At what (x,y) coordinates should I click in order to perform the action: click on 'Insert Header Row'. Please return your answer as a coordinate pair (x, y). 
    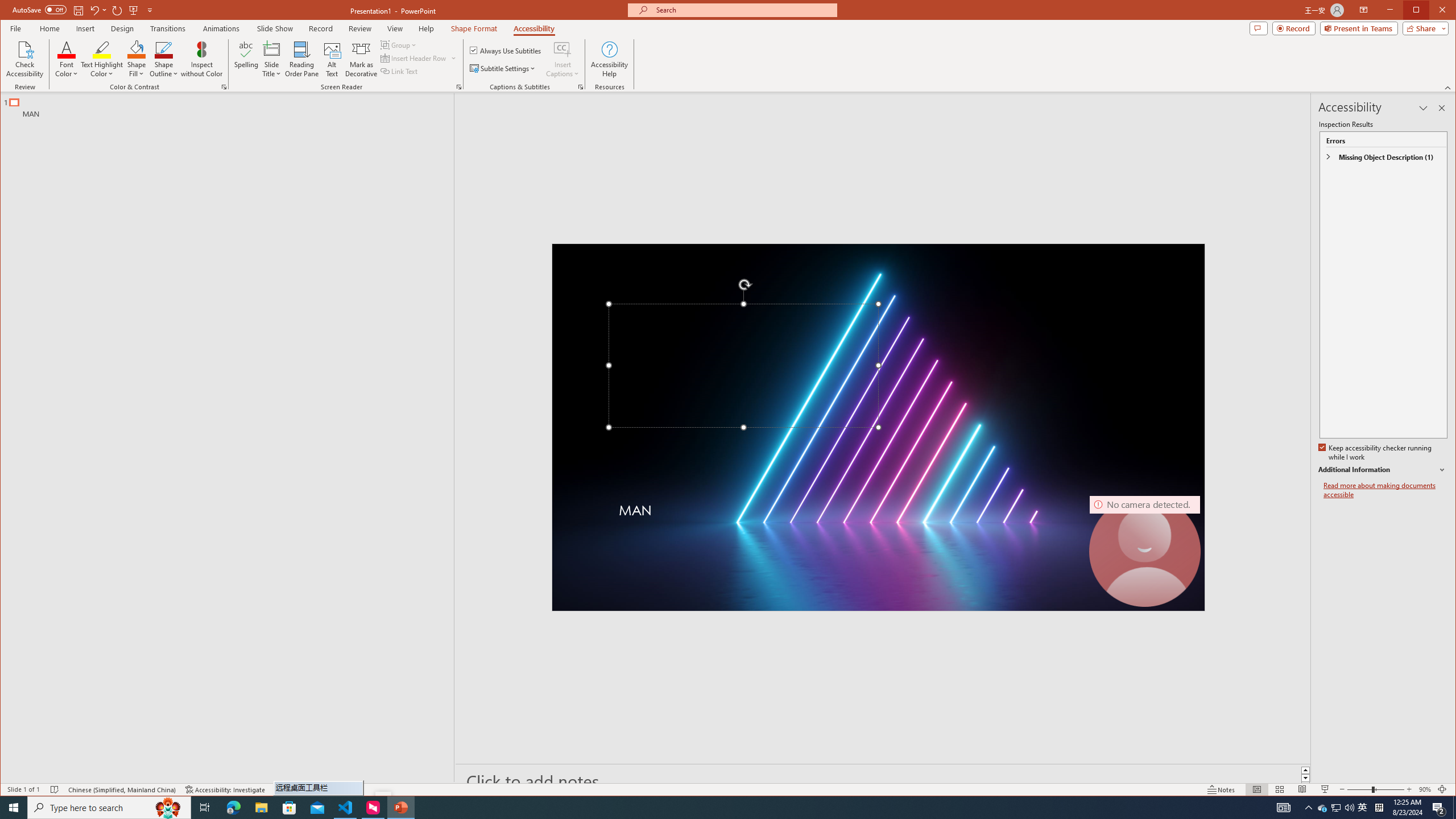
    Looking at the image, I should click on (418, 58).